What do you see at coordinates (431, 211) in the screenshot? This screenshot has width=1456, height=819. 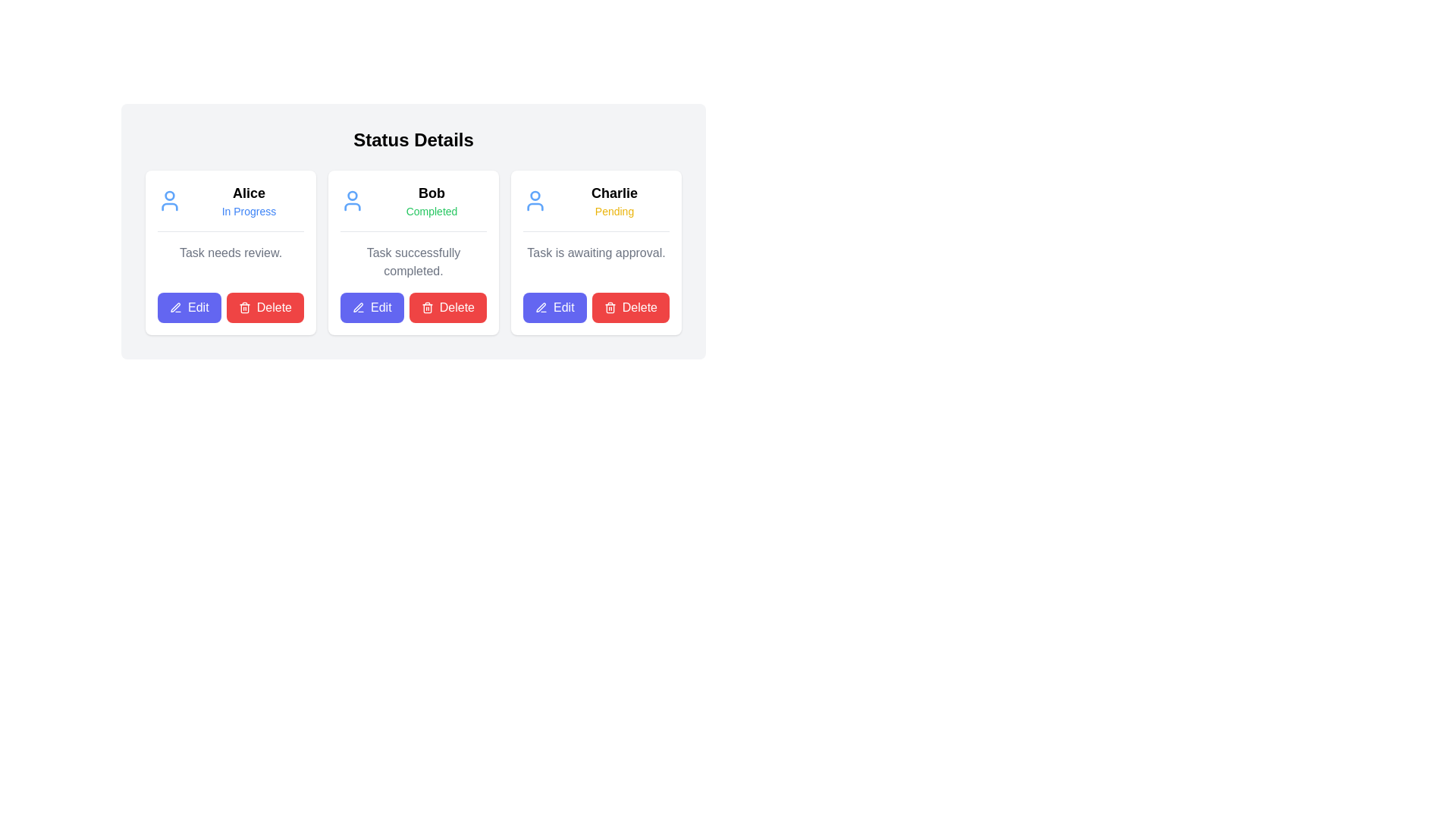 I see `the status indicator Text label that shows the completion of the task associated with 'Bob', located in the middle card of three horizontally placed cards under the header 'Status Details'` at bounding box center [431, 211].